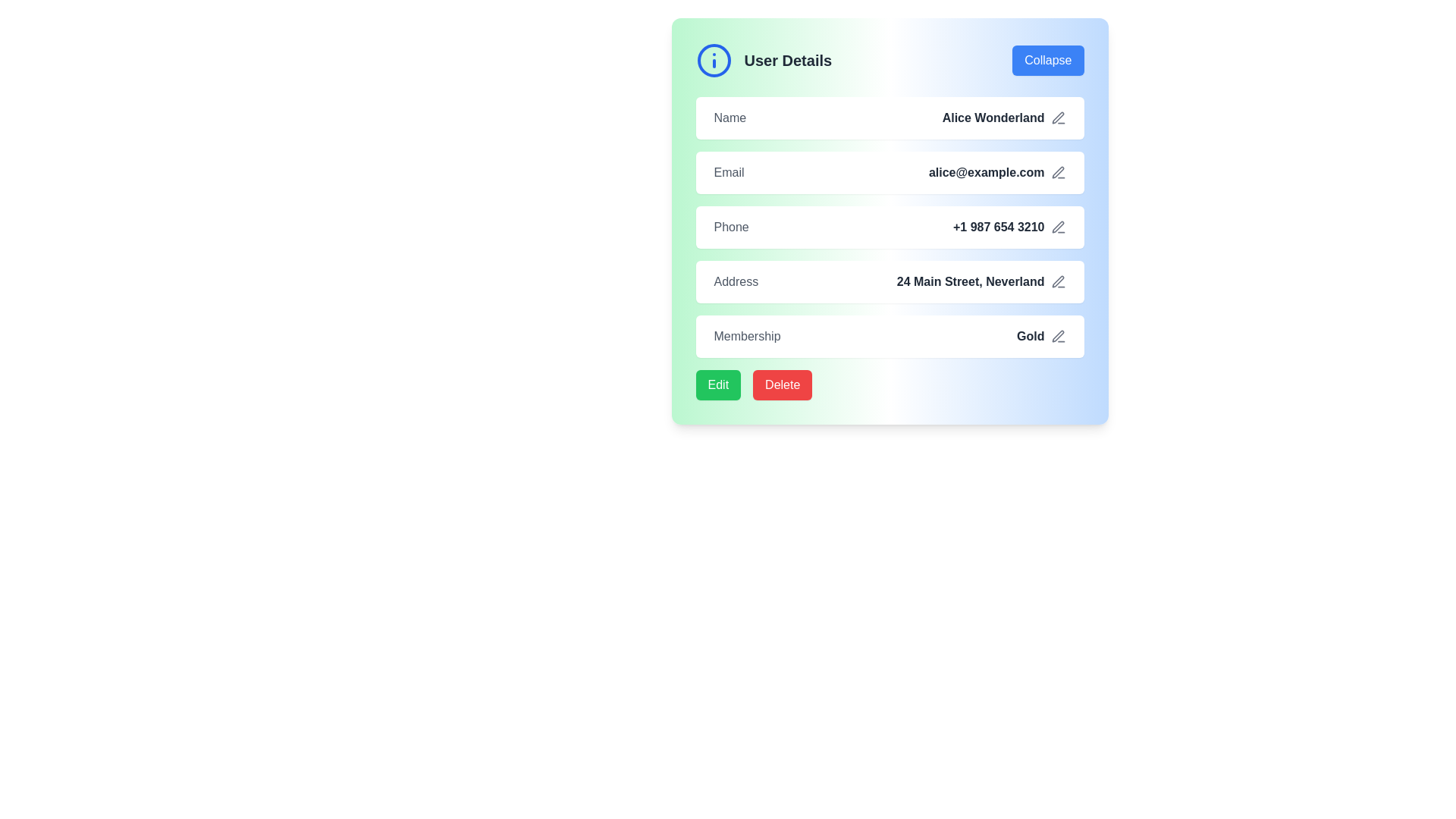 The height and width of the screenshot is (819, 1456). Describe the element at coordinates (1057, 281) in the screenshot. I see `the pen icon located to the right side of the 'Address' field, which is gray by default and turns blue on hover, indicating its interactivity` at that location.